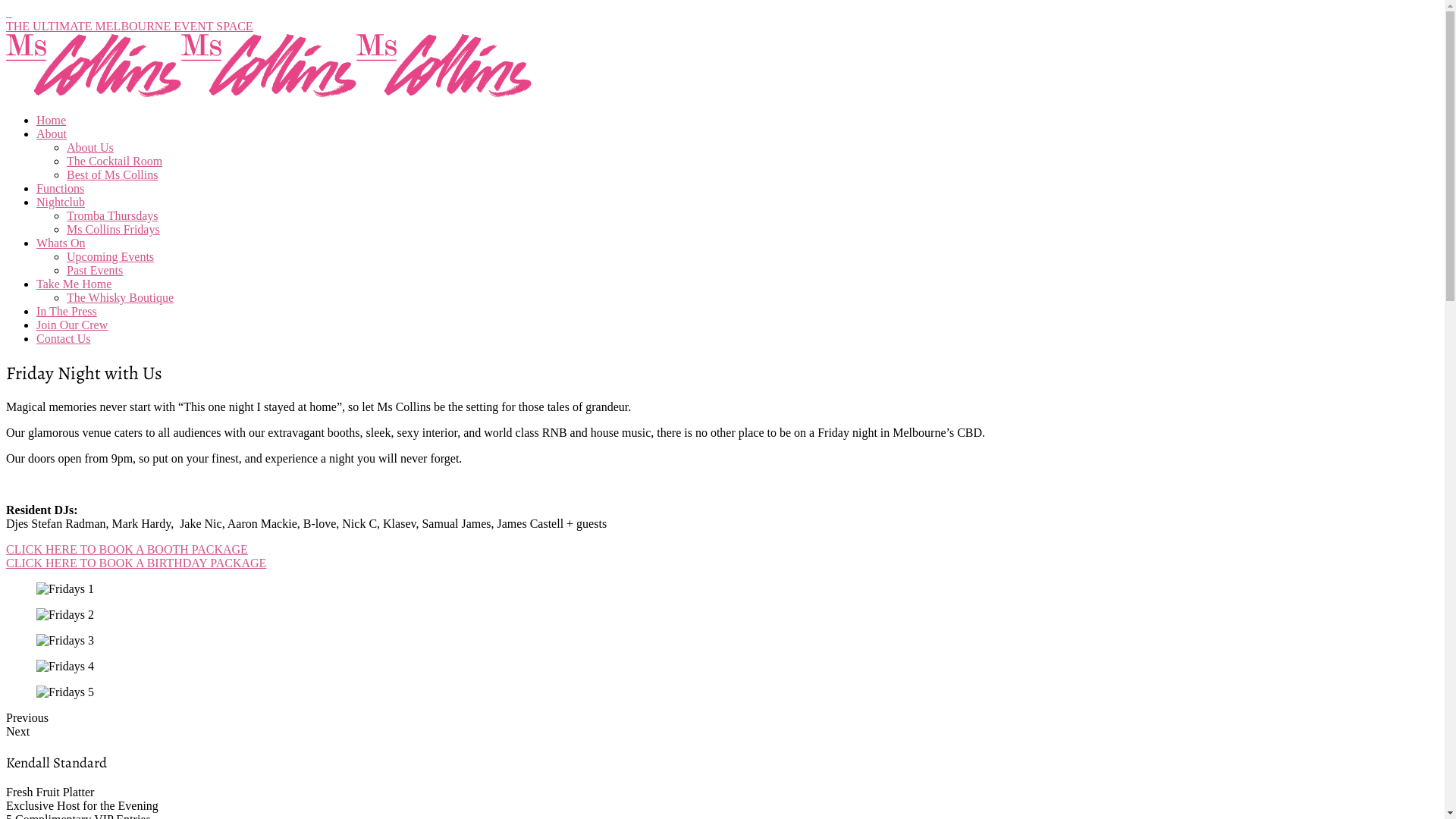 The image size is (1456, 819). I want to click on 'Functions', so click(36, 187).